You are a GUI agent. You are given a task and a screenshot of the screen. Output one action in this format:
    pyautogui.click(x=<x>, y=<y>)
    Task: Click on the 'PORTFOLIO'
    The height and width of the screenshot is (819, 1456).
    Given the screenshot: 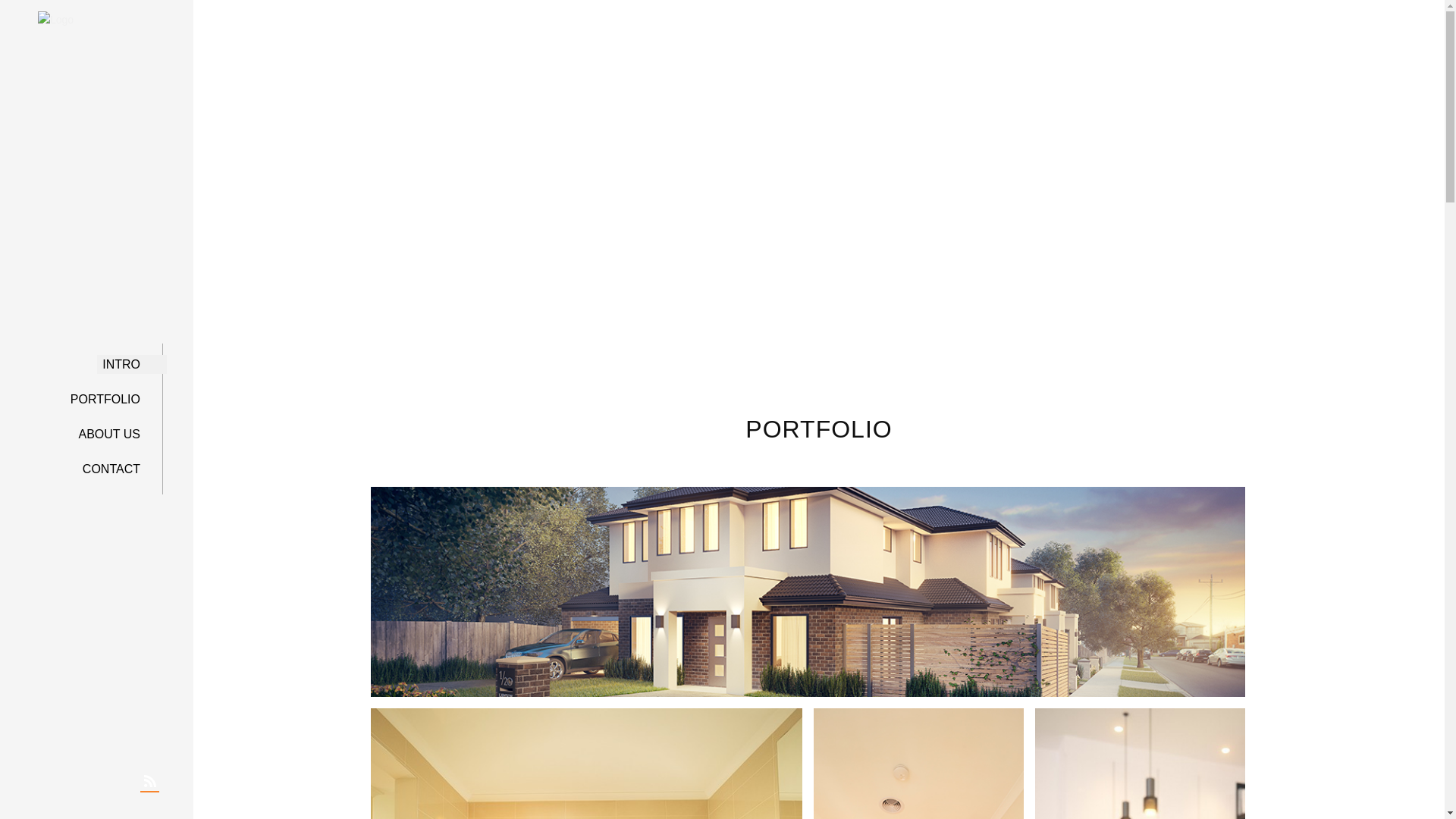 What is the action you would take?
    pyautogui.click(x=111, y=399)
    